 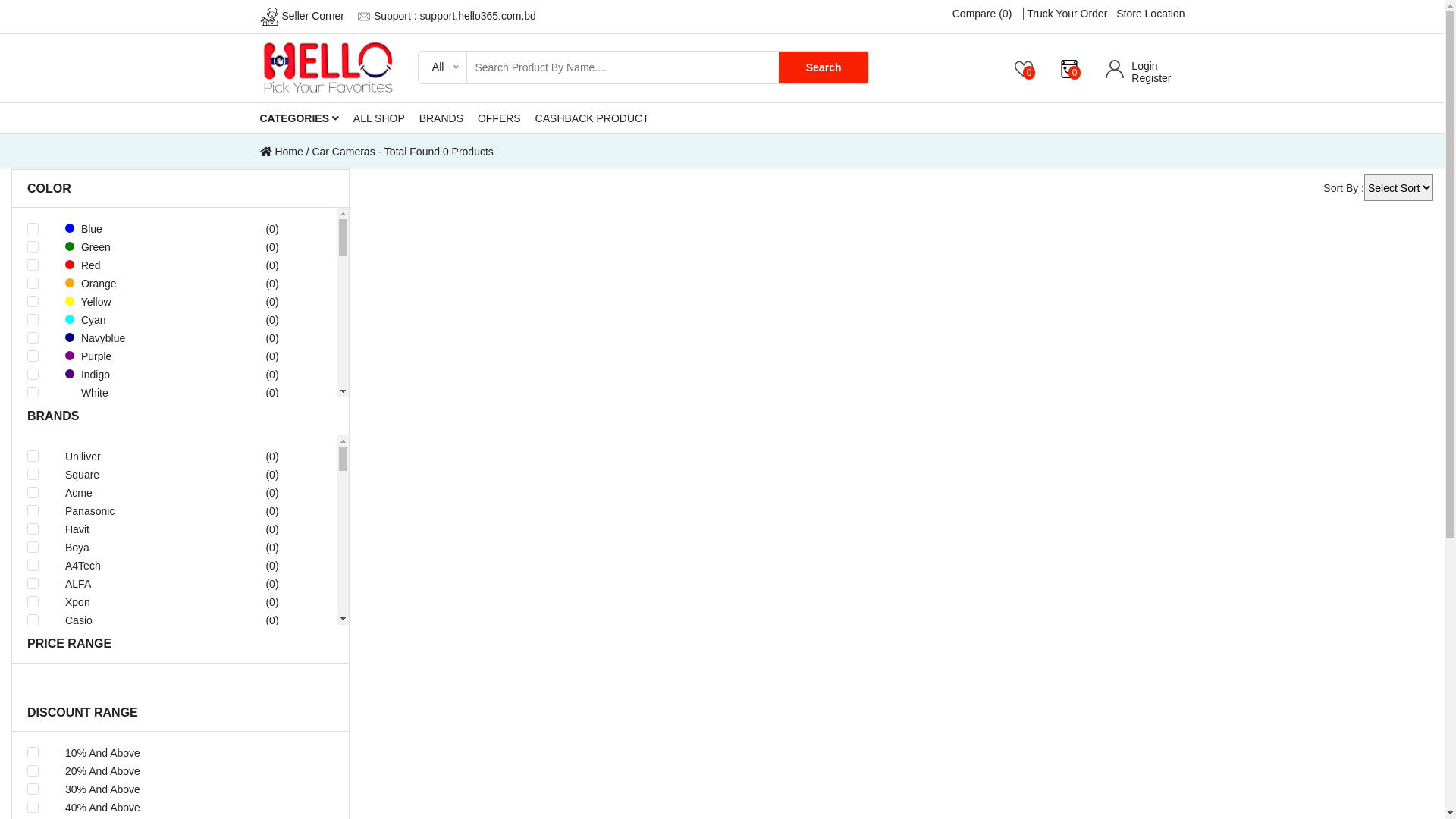 What do you see at coordinates (42, 771) in the screenshot?
I see `'20% And Above'` at bounding box center [42, 771].